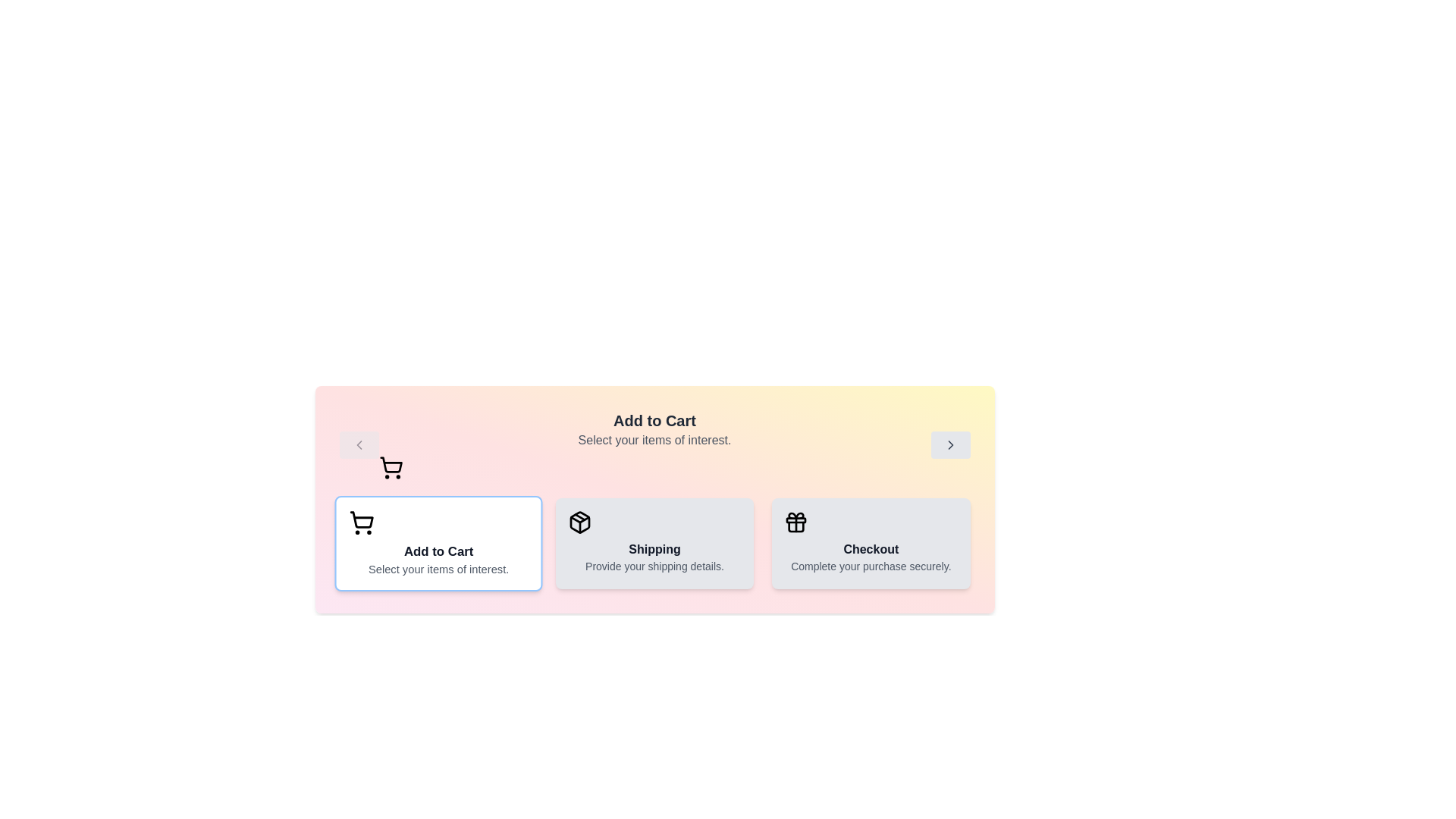 The height and width of the screenshot is (819, 1456). Describe the element at coordinates (871, 566) in the screenshot. I see `the Text label that provides guidance related to securing the purchase process in the checkout section, positioned at the bottom of the 'Checkout' card` at that location.